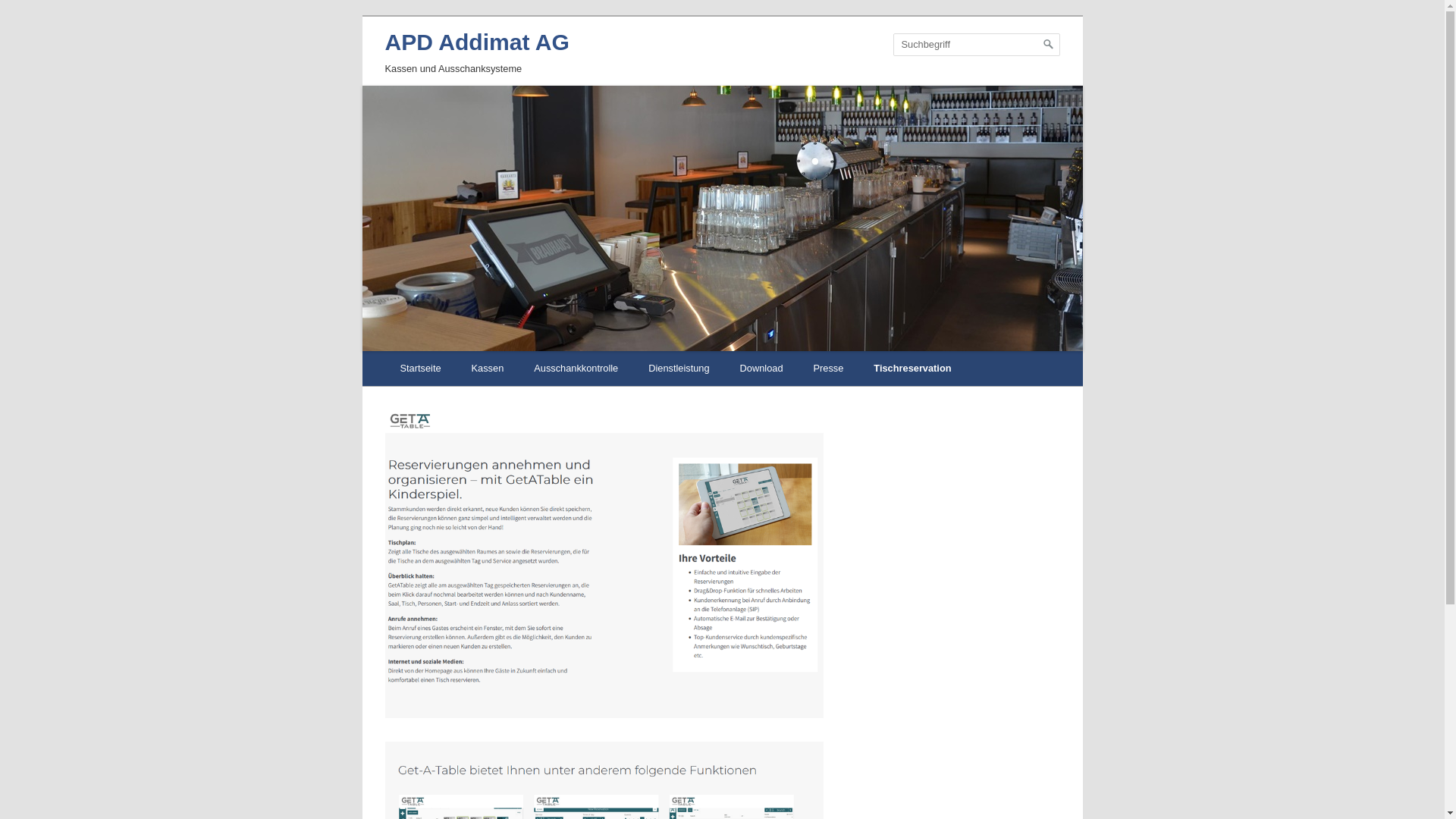 The height and width of the screenshot is (819, 1456). What do you see at coordinates (797, 369) in the screenshot?
I see `'Presse'` at bounding box center [797, 369].